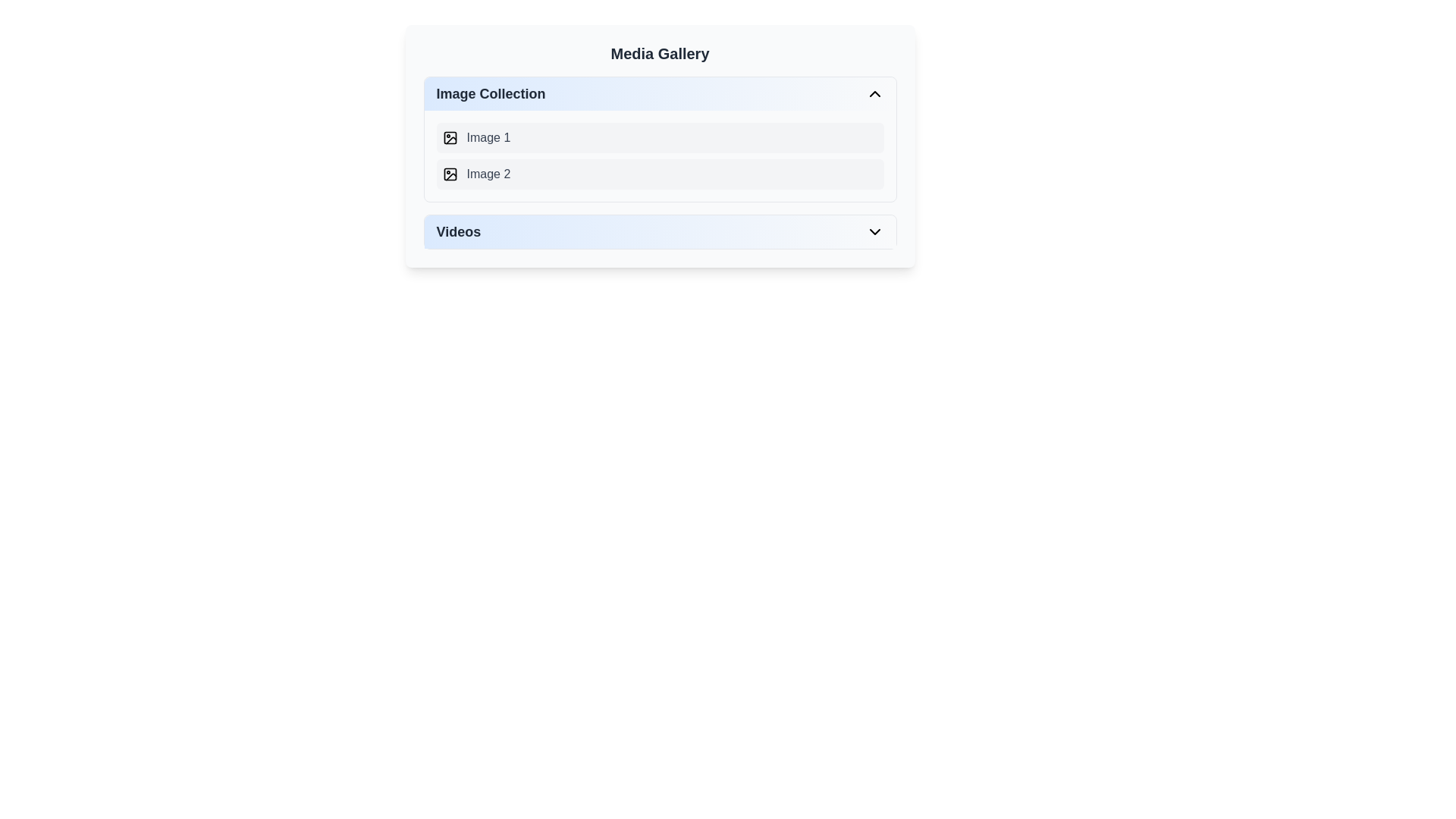 The image size is (1456, 819). Describe the element at coordinates (457, 231) in the screenshot. I see `the 'Videos' text label, which is styled in bold dark gray and located in the Media Gallery section, to the left of a downward chevron icon` at that location.